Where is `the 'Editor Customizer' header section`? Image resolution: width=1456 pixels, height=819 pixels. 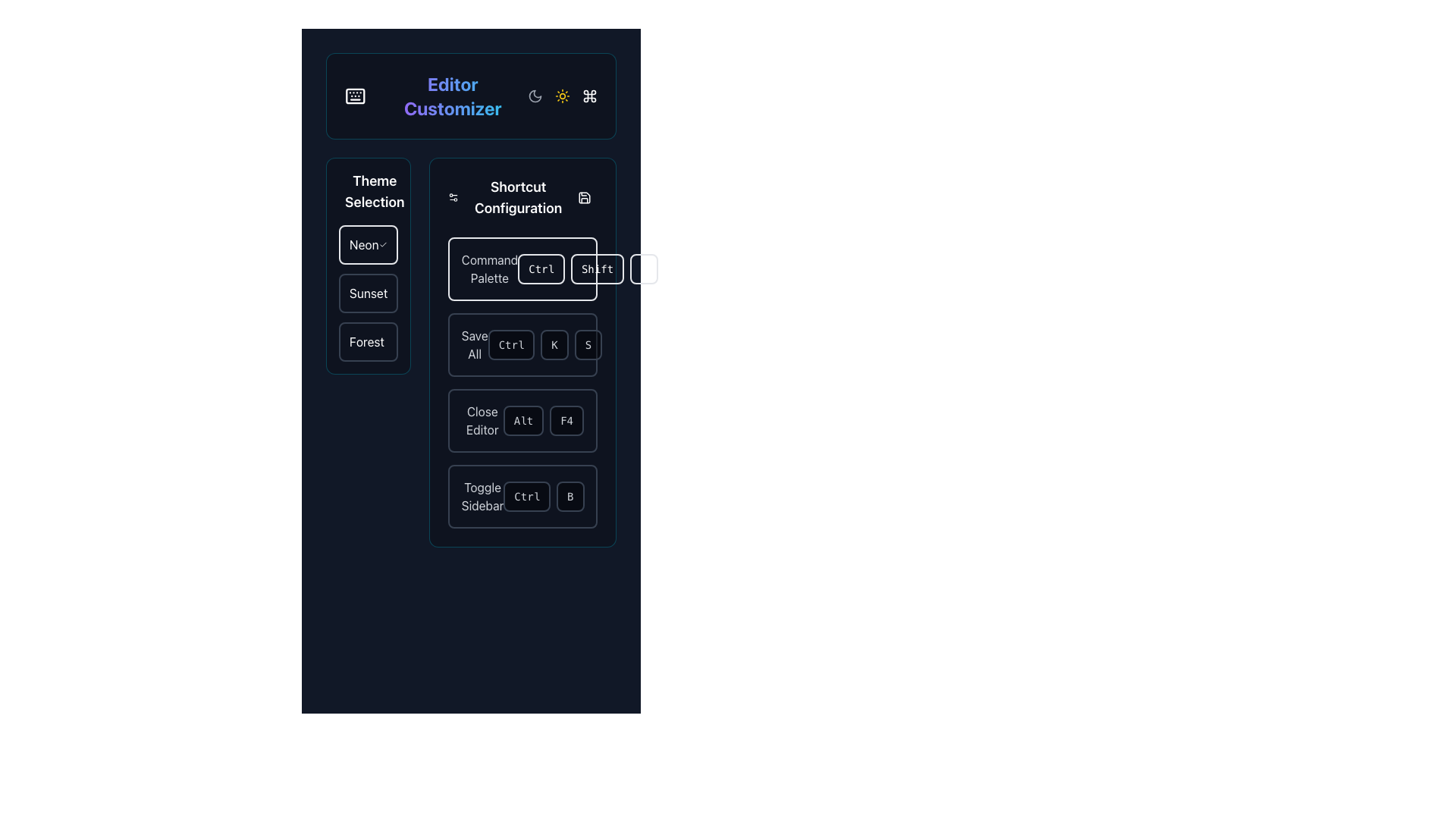
the 'Editor Customizer' header section is located at coordinates (470, 96).